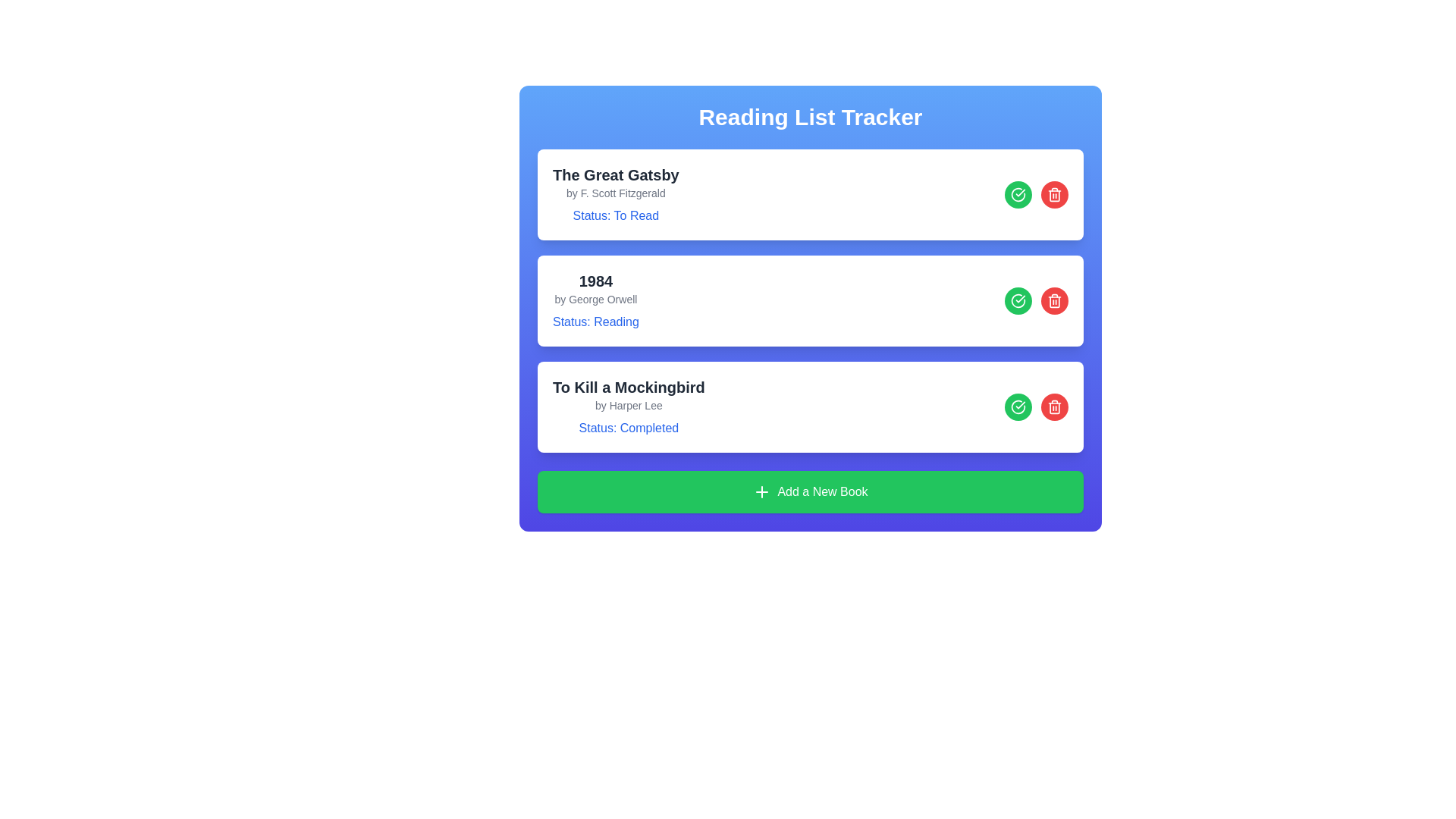 Image resolution: width=1456 pixels, height=819 pixels. What do you see at coordinates (1054, 301) in the screenshot?
I see `the circular red button with a white trash icon located in the second book's card for '1984' to observe its hover effects` at bounding box center [1054, 301].